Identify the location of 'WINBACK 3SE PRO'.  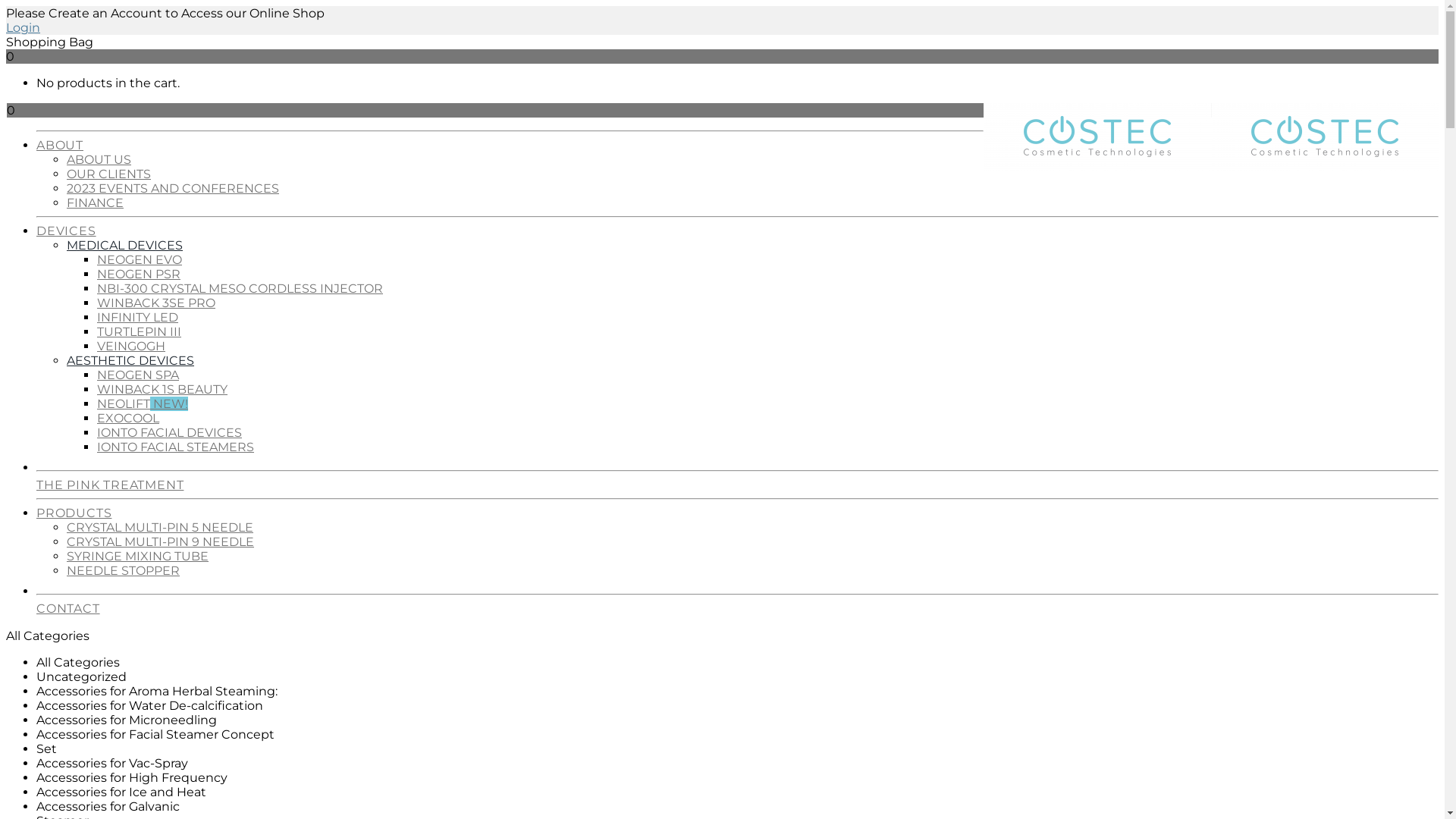
(156, 303).